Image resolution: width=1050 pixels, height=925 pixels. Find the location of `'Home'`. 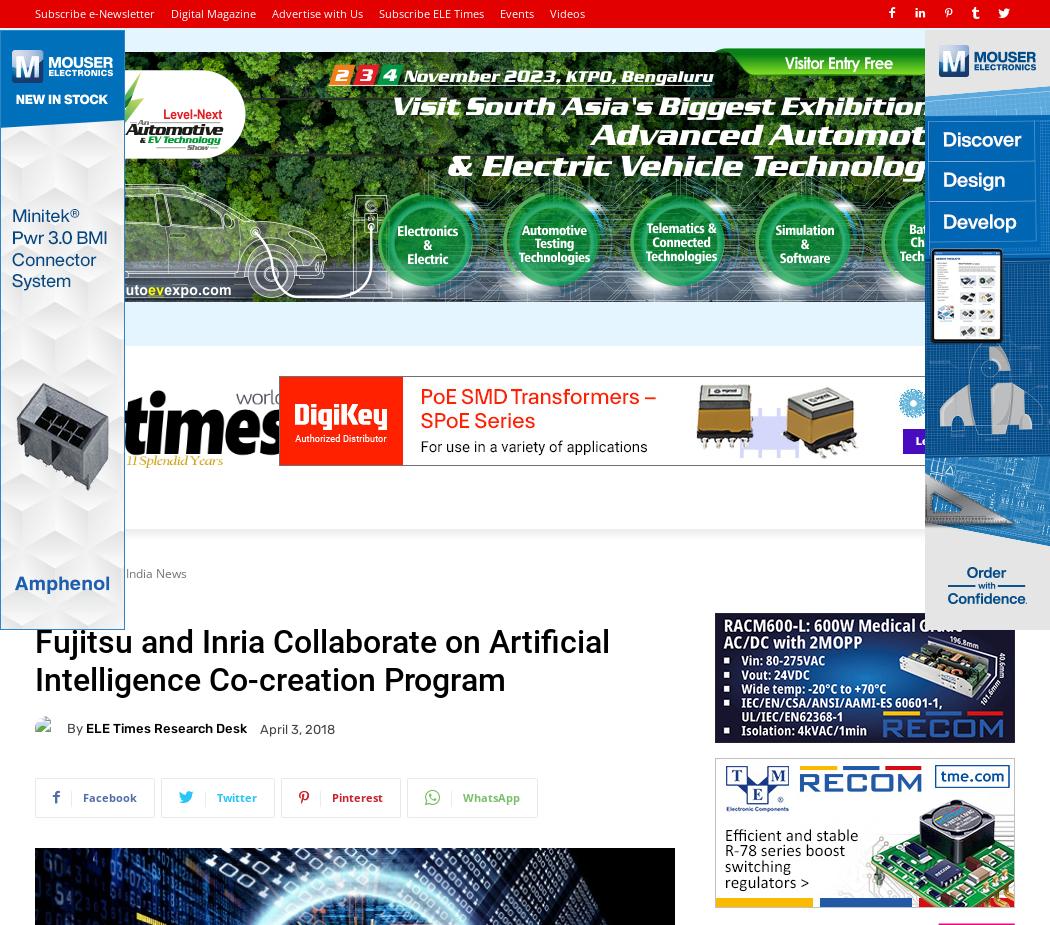

'Home' is located at coordinates (50, 573).